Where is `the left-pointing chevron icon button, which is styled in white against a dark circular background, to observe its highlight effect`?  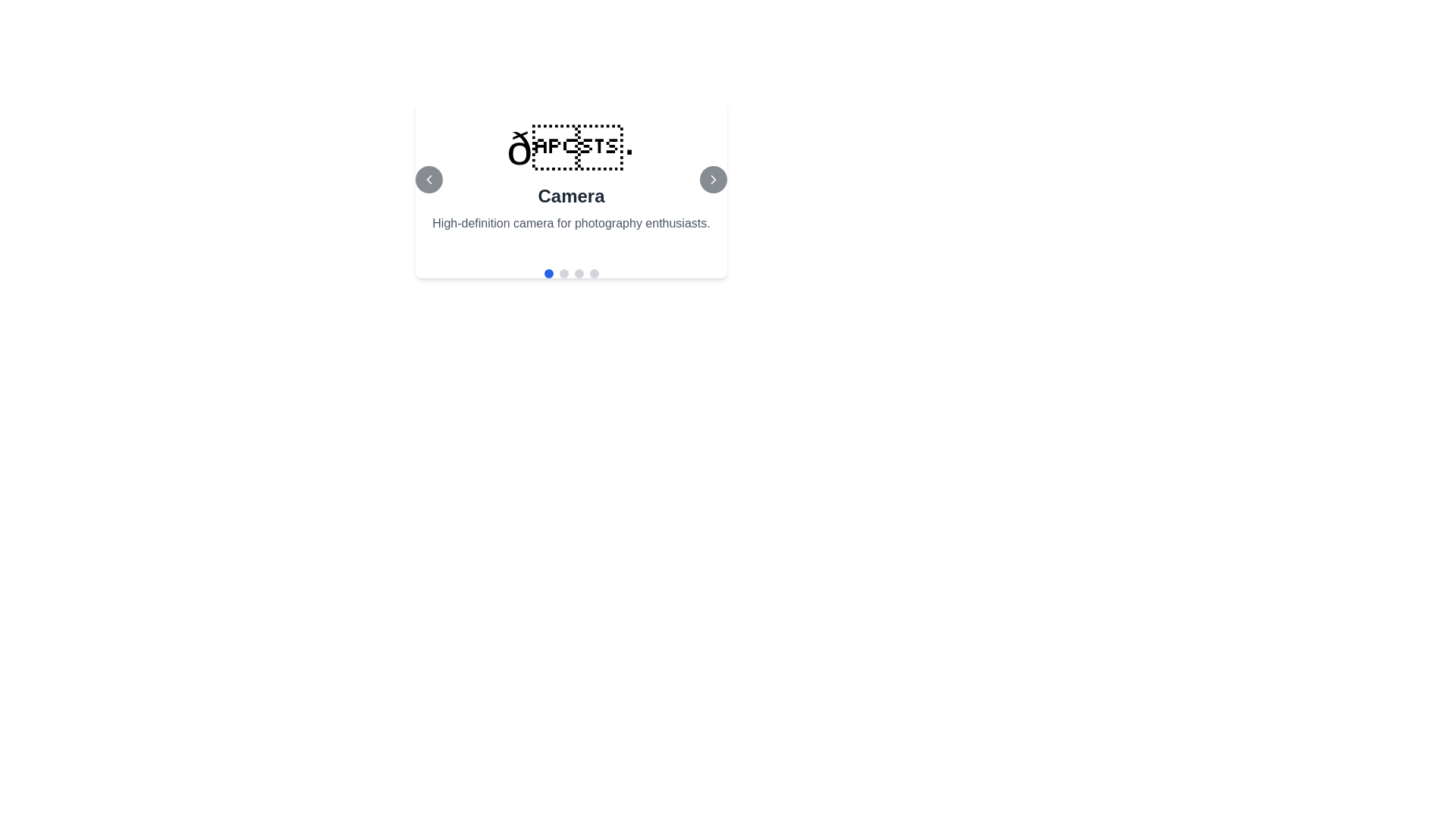
the left-pointing chevron icon button, which is styled in white against a dark circular background, to observe its highlight effect is located at coordinates (428, 178).